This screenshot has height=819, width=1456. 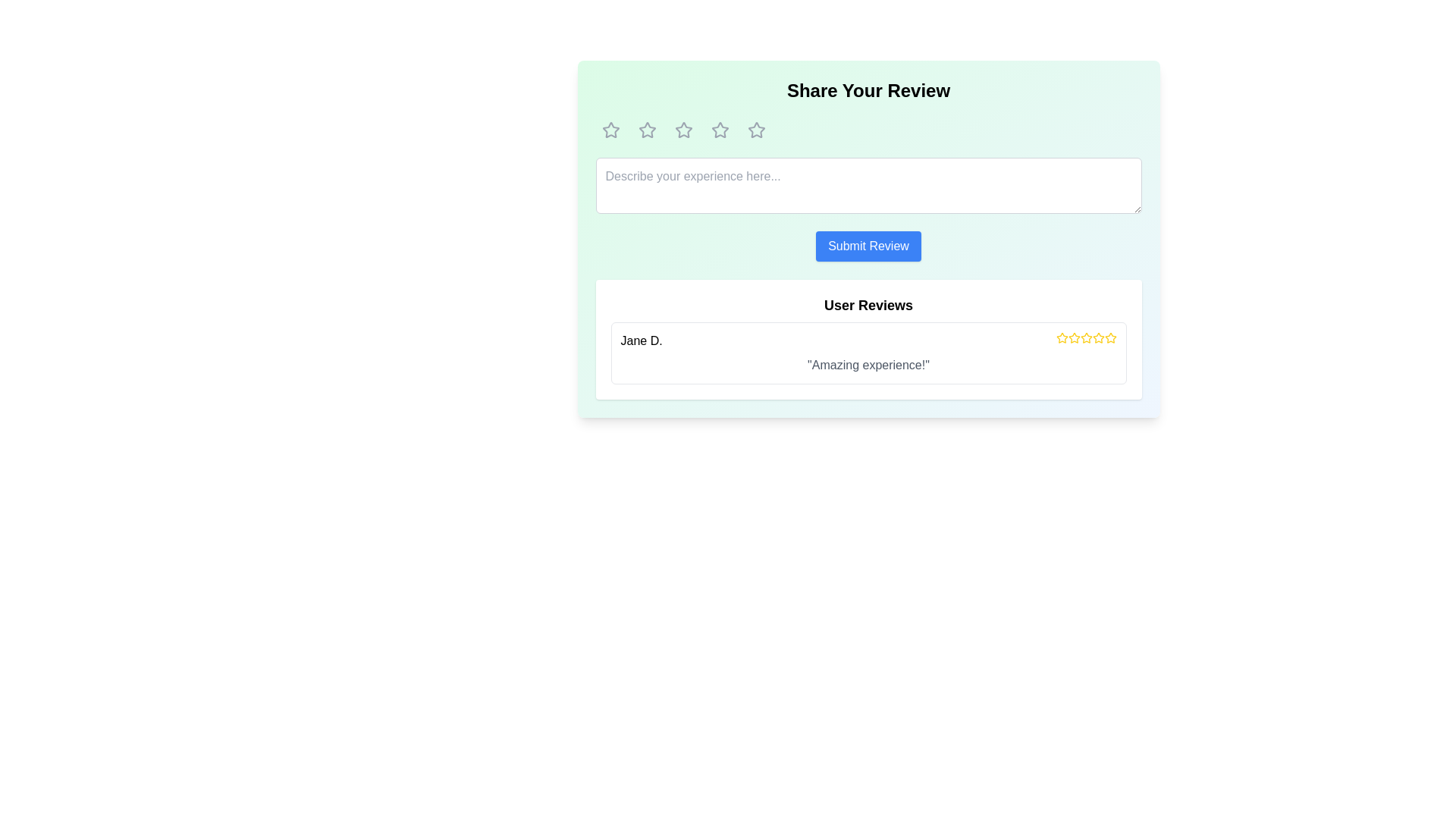 What do you see at coordinates (1098, 337) in the screenshot?
I see `the fourth star icon representing user feedback, located next to the 'Jane D.' user review section` at bounding box center [1098, 337].